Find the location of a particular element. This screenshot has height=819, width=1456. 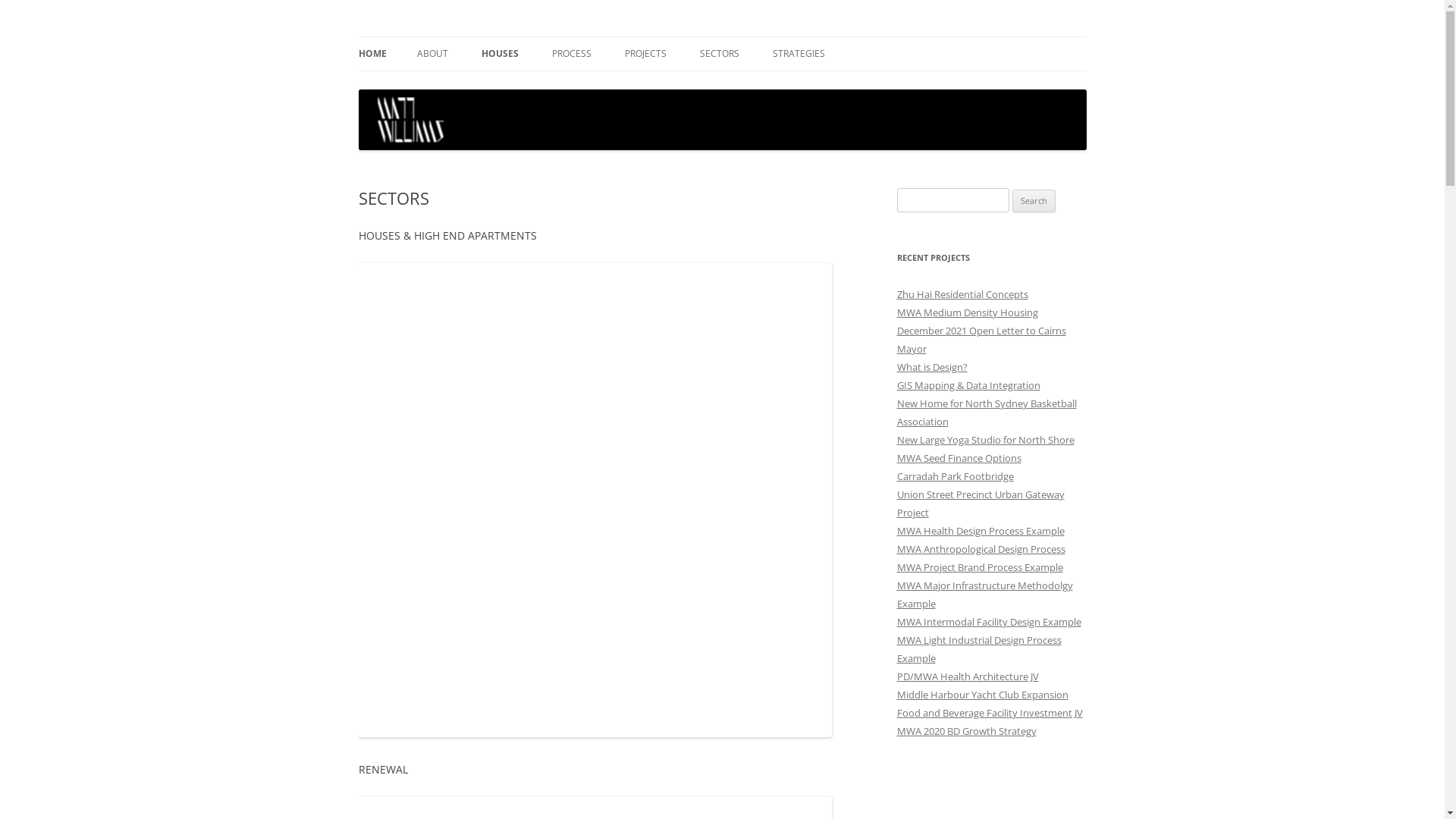

'PROJECTS' is located at coordinates (645, 52).